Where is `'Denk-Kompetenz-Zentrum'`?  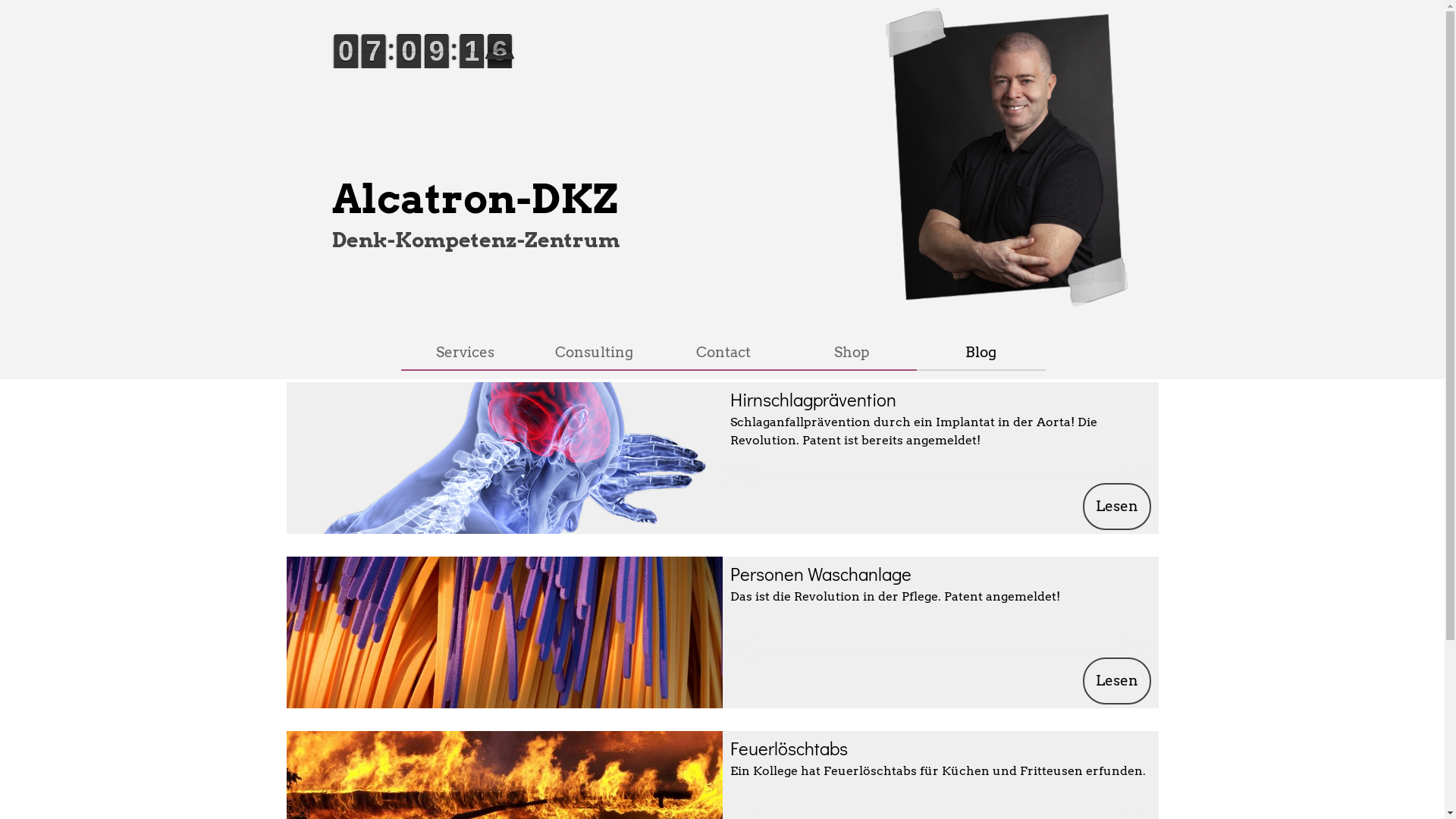 'Denk-Kompetenz-Zentrum' is located at coordinates (475, 239).